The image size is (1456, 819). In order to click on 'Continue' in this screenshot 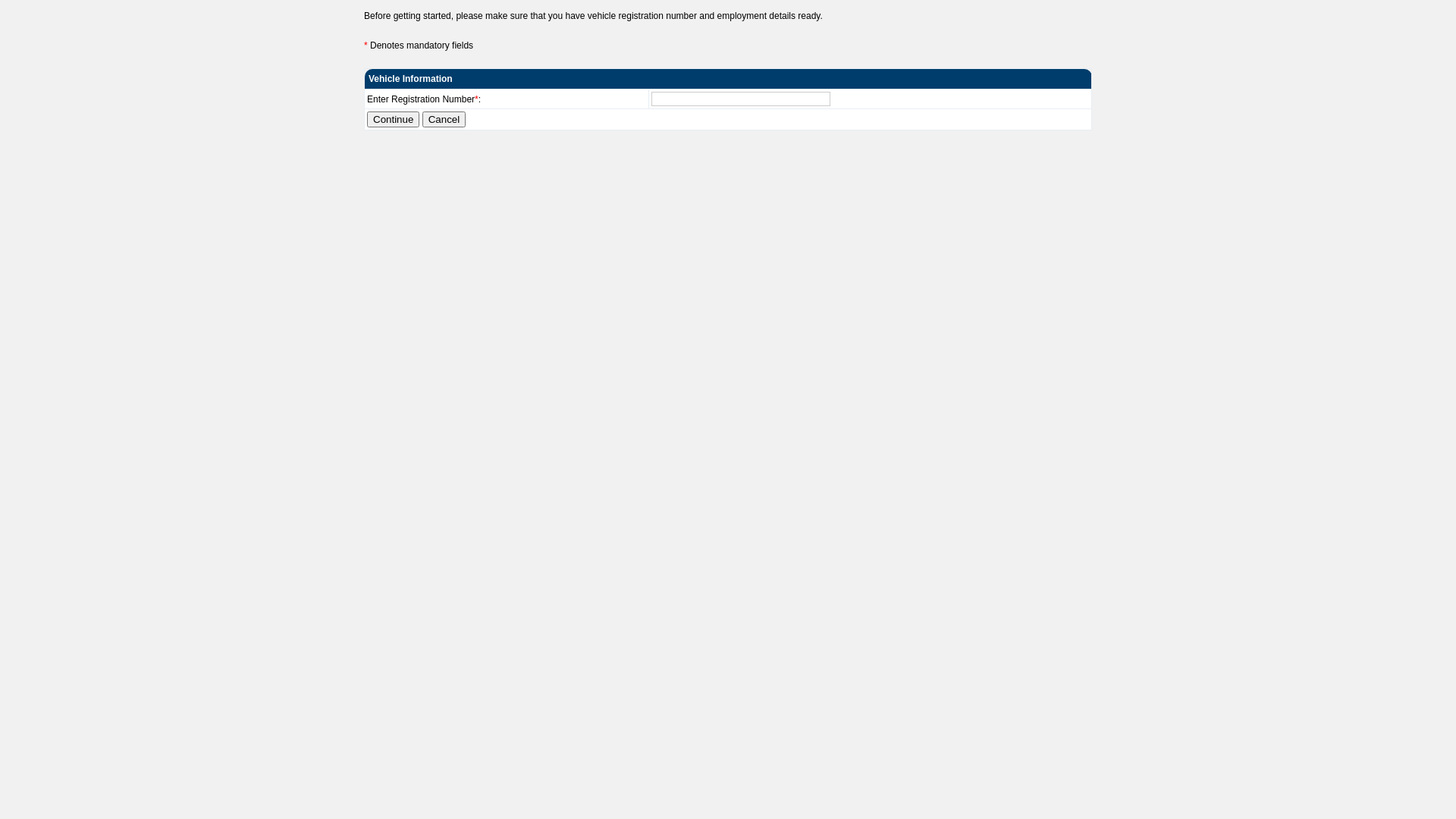, I will do `click(393, 118)`.